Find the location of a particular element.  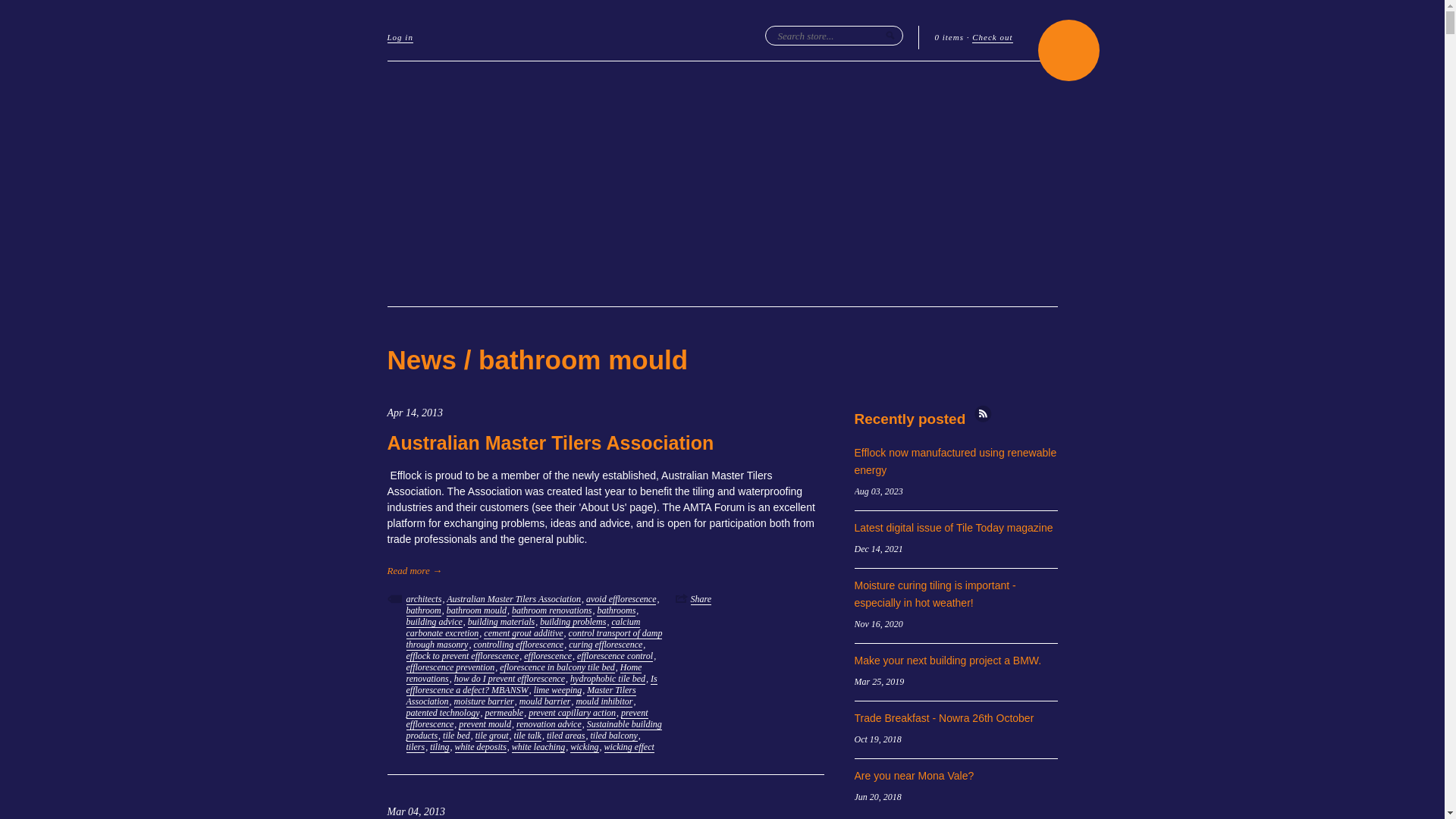

'building materials' is located at coordinates (501, 622).